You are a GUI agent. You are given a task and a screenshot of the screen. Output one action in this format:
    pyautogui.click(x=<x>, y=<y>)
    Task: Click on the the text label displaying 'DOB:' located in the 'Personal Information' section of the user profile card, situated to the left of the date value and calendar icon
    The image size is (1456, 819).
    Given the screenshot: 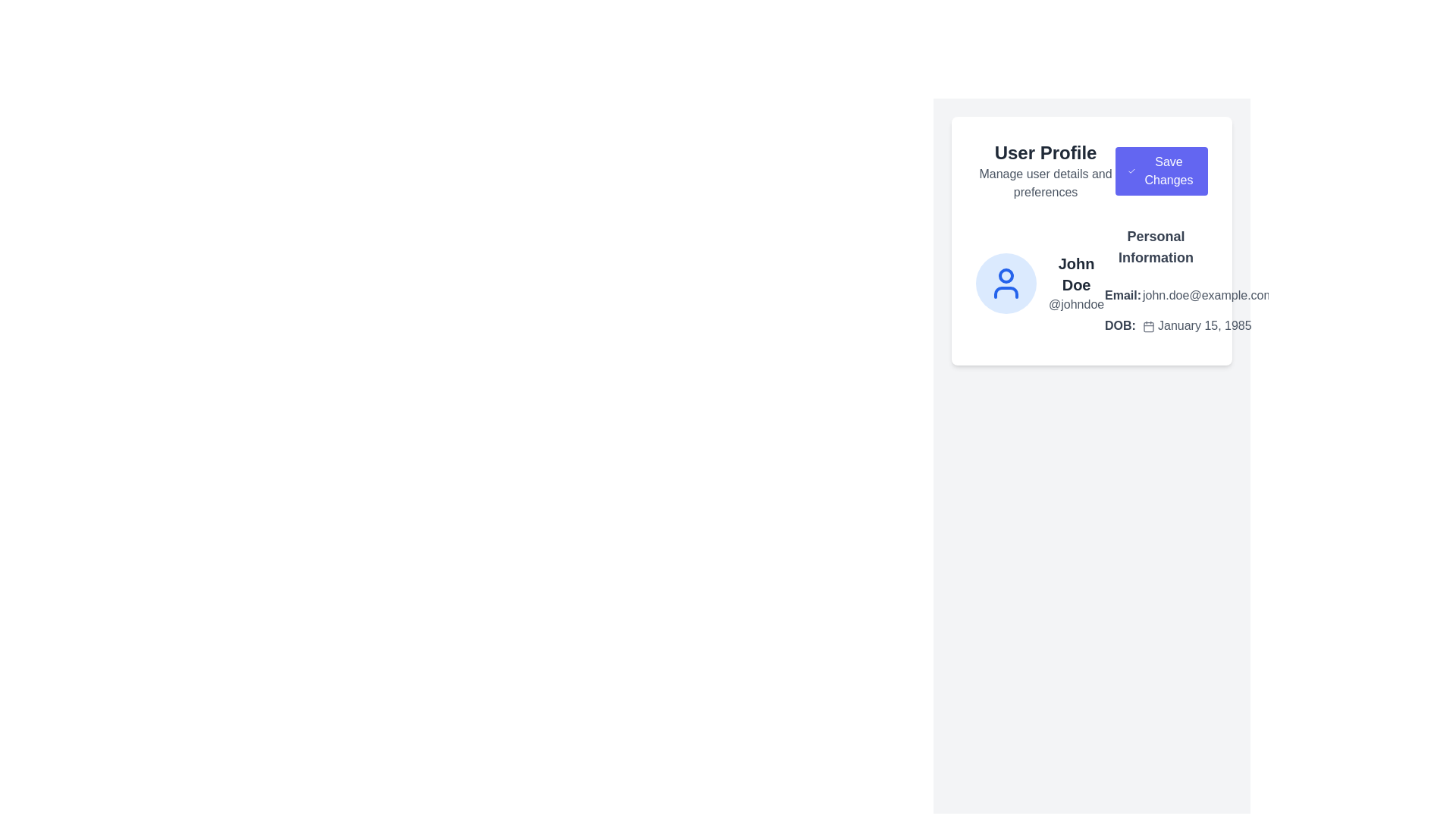 What is the action you would take?
    pyautogui.click(x=1123, y=325)
    